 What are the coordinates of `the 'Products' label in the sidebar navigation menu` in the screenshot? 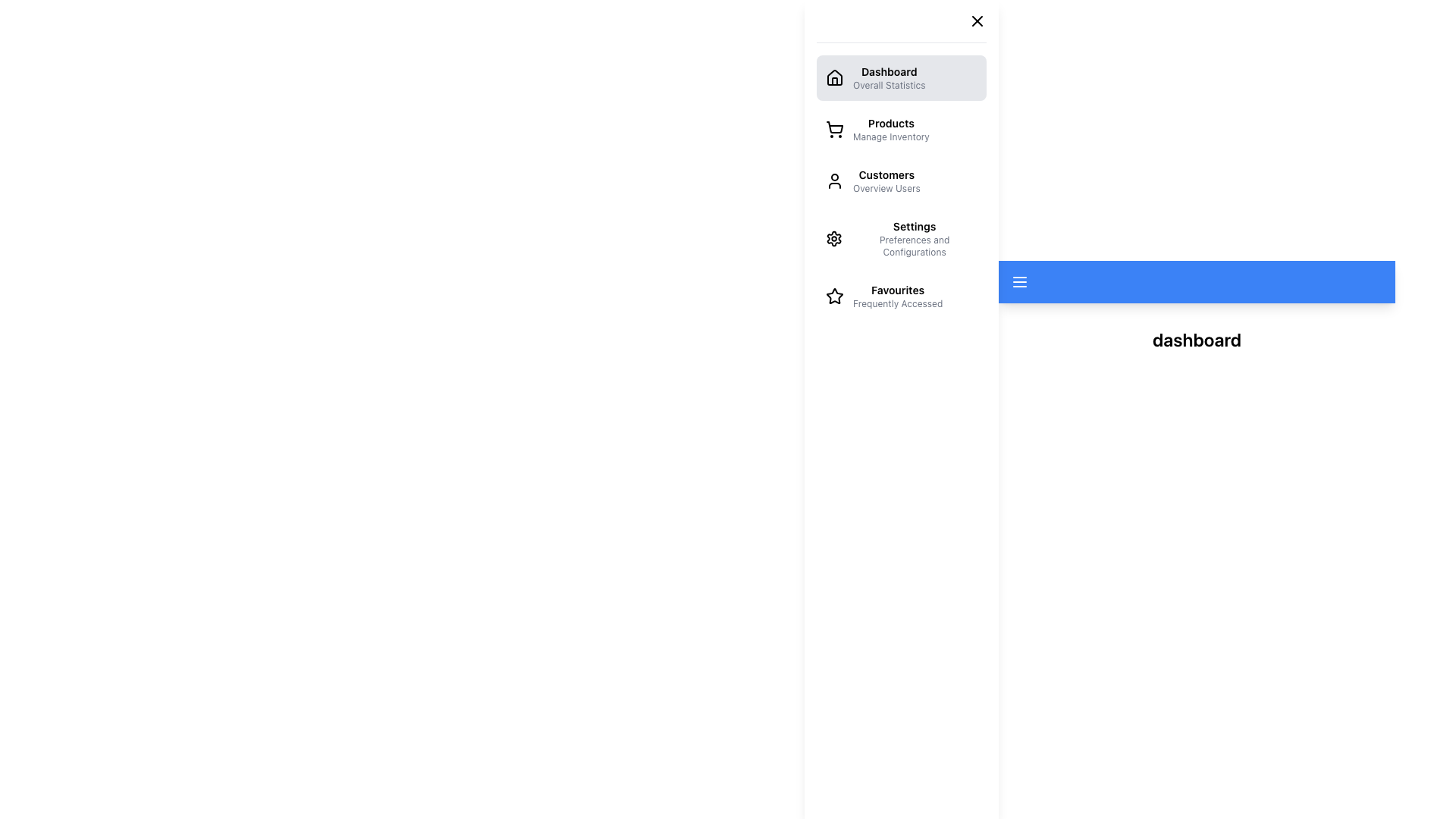 It's located at (891, 122).